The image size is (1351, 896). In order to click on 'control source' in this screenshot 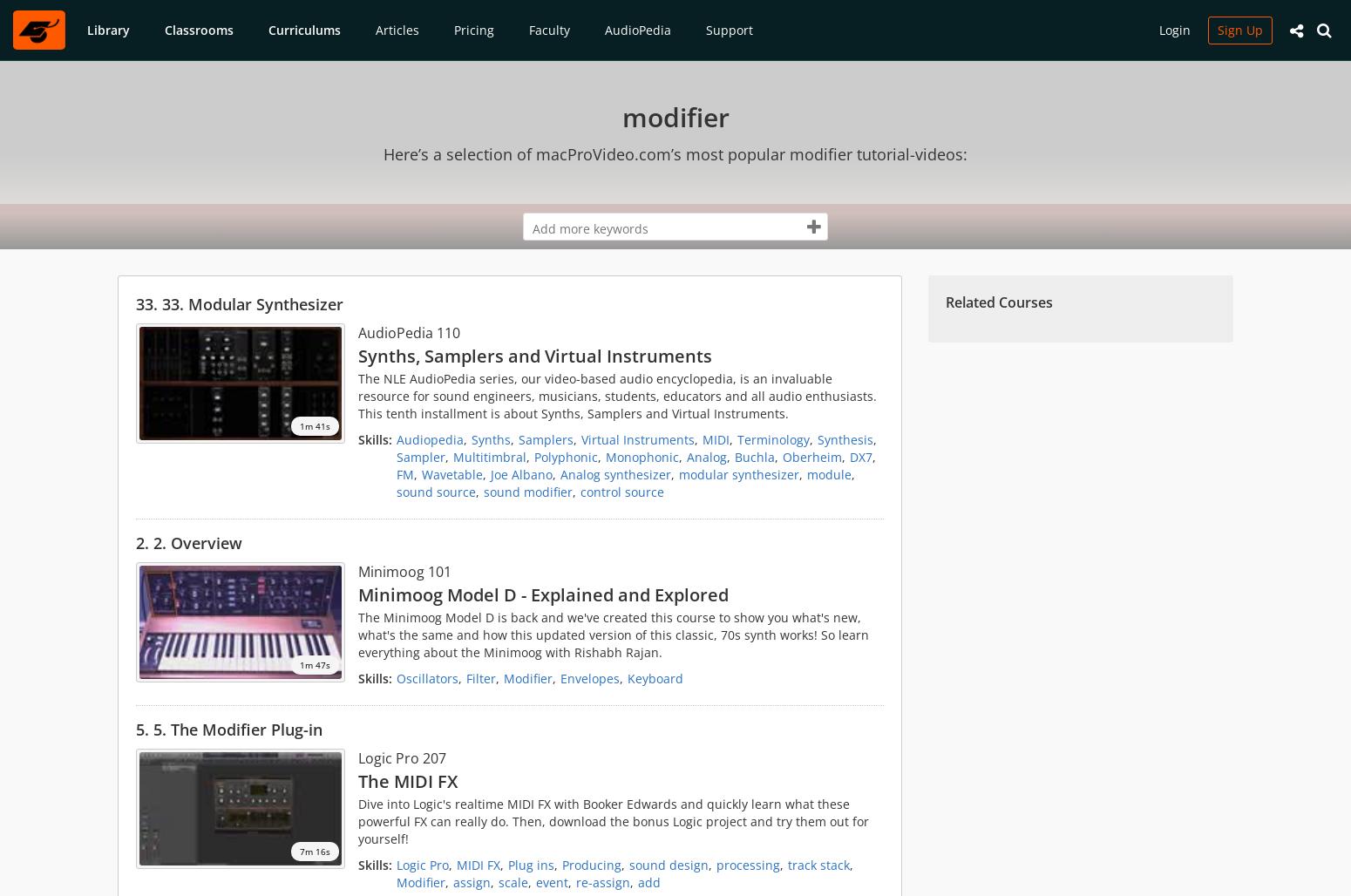, I will do `click(621, 492)`.